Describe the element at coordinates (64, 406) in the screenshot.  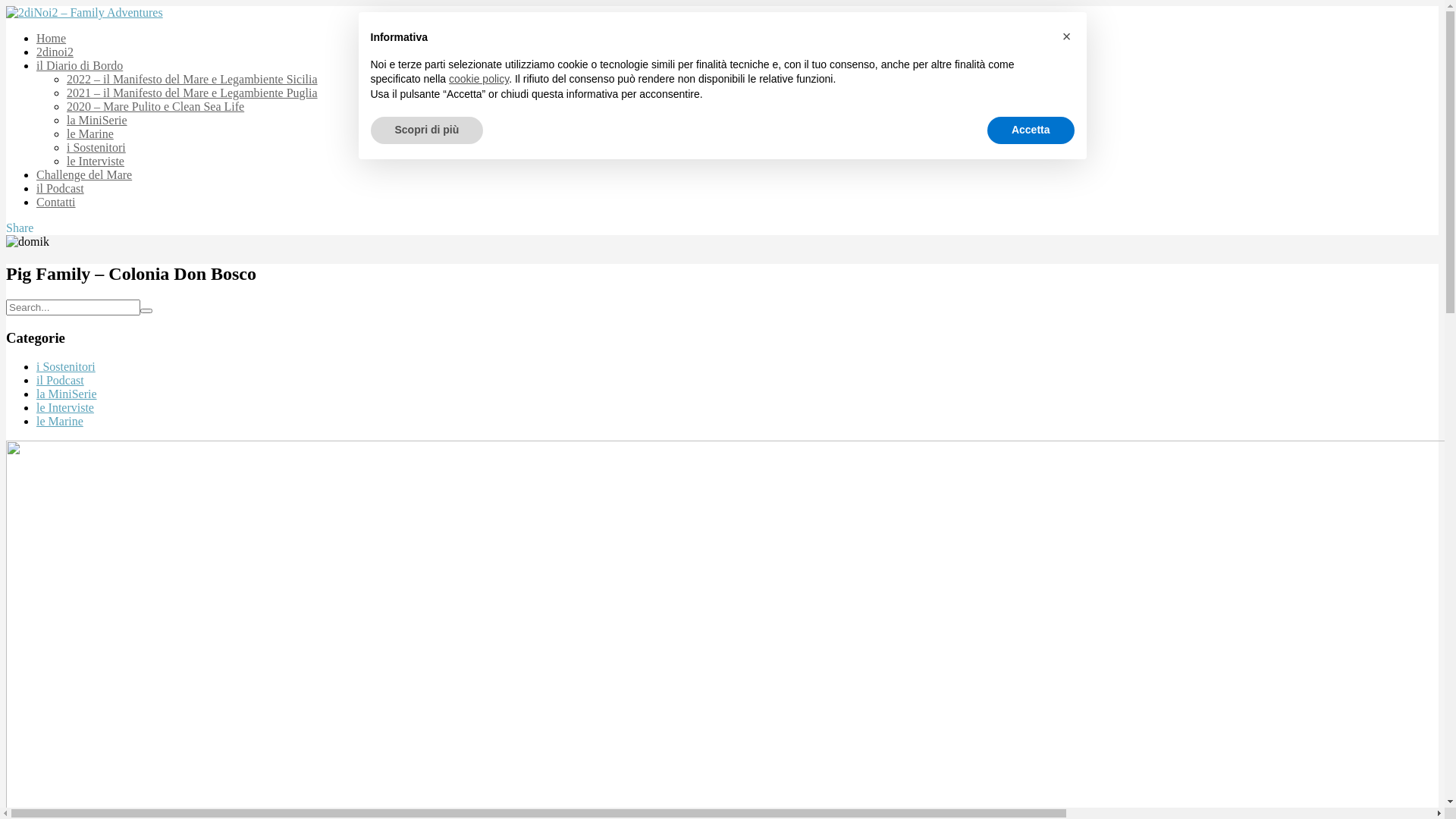
I see `'le Interviste'` at that location.